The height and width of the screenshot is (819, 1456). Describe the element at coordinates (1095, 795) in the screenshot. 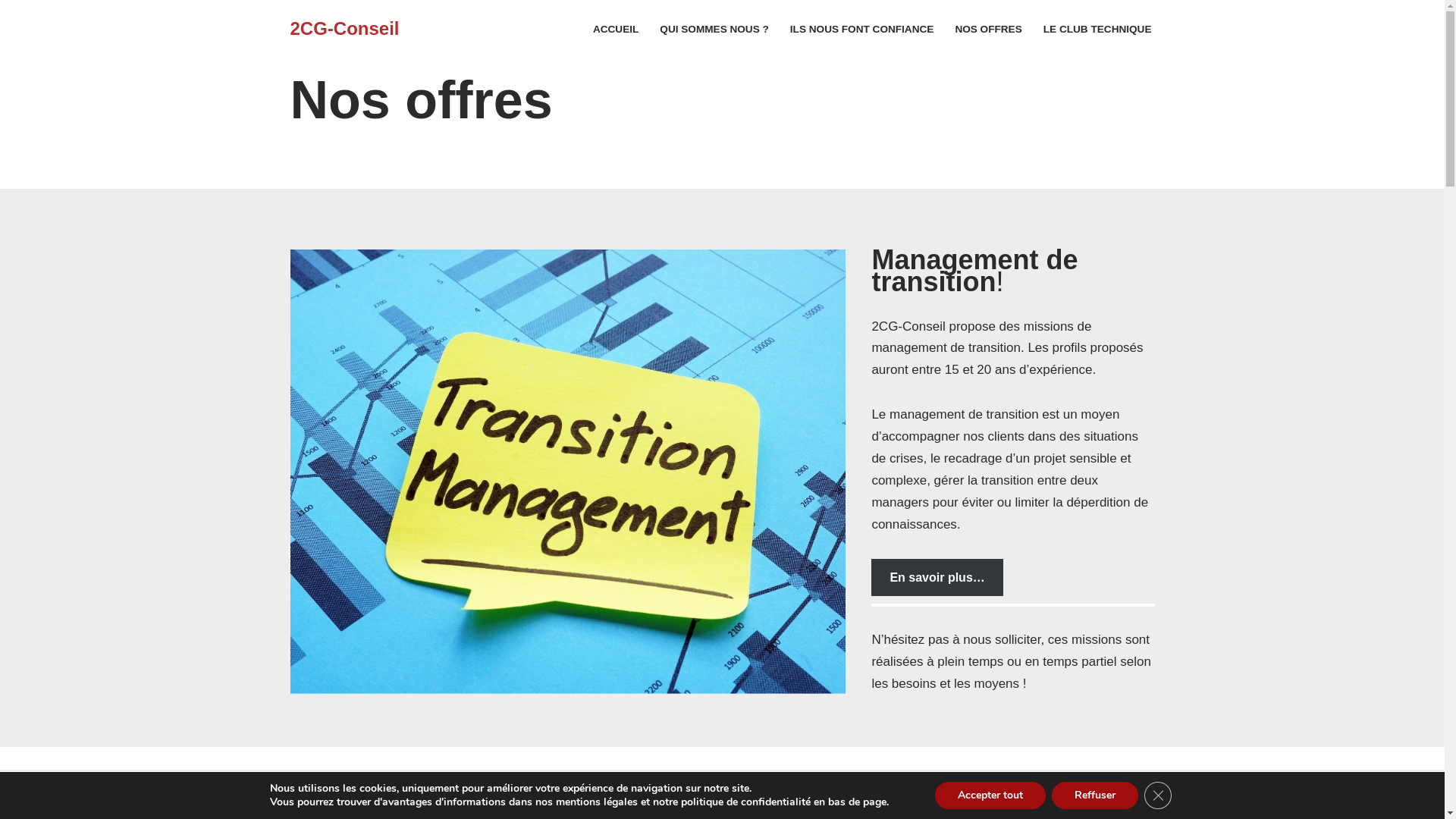

I see `'Reffuser'` at that location.